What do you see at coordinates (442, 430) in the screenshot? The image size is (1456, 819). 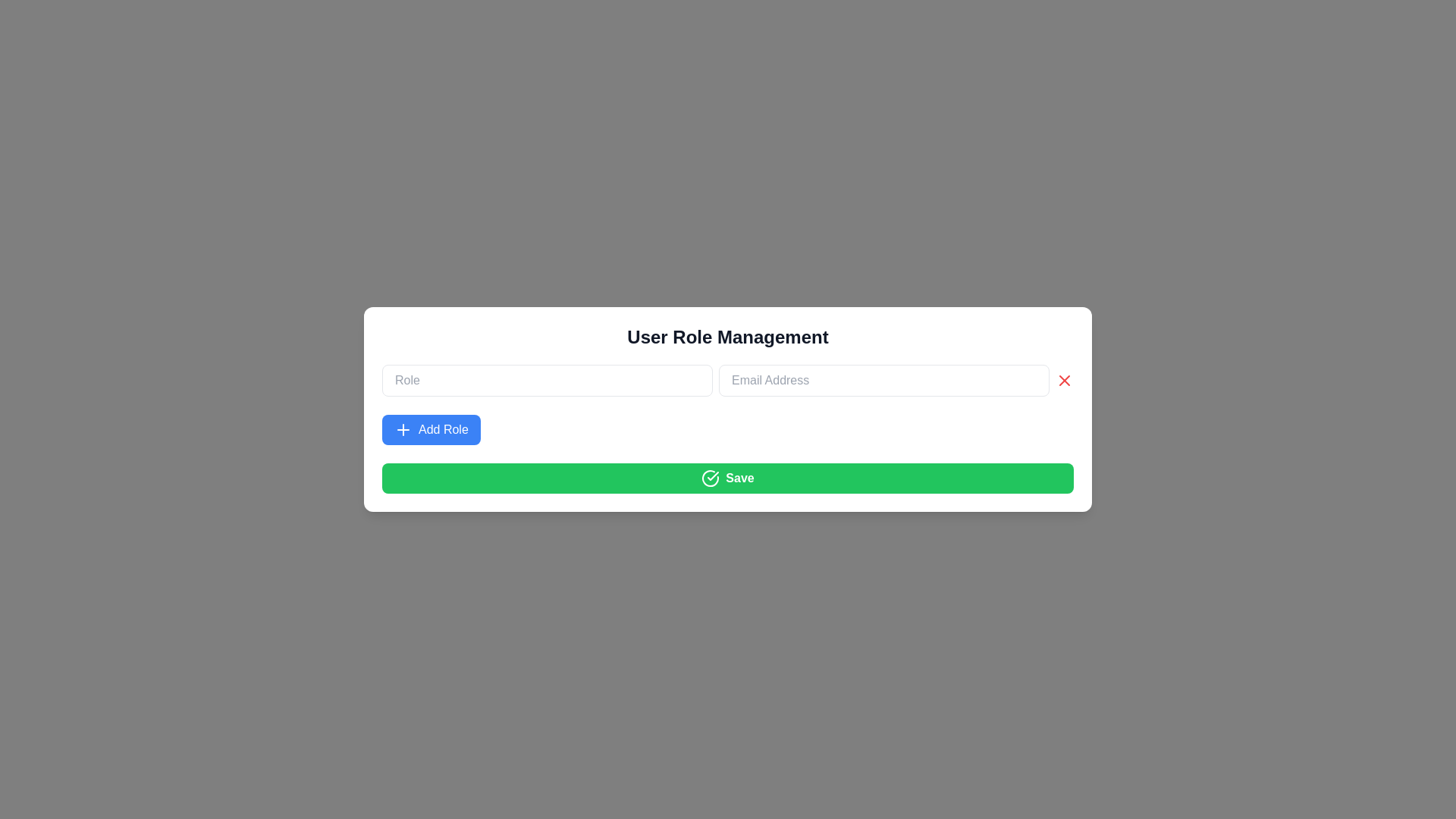 I see `the button labeled with a '+' icon and the 'Add Role' text` at bounding box center [442, 430].